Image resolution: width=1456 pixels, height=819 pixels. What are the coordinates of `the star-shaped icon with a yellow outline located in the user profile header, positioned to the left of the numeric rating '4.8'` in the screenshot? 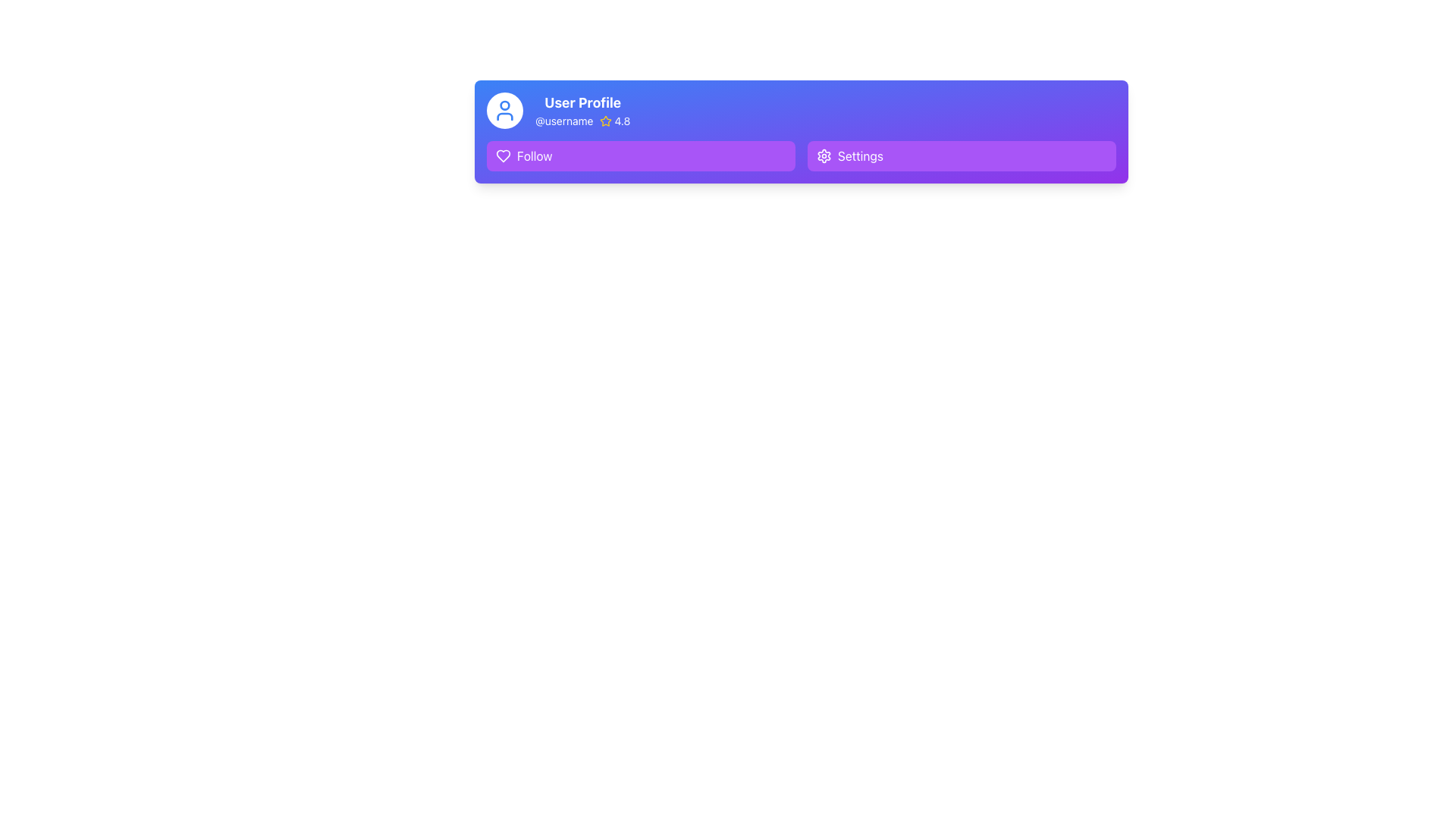 It's located at (604, 120).